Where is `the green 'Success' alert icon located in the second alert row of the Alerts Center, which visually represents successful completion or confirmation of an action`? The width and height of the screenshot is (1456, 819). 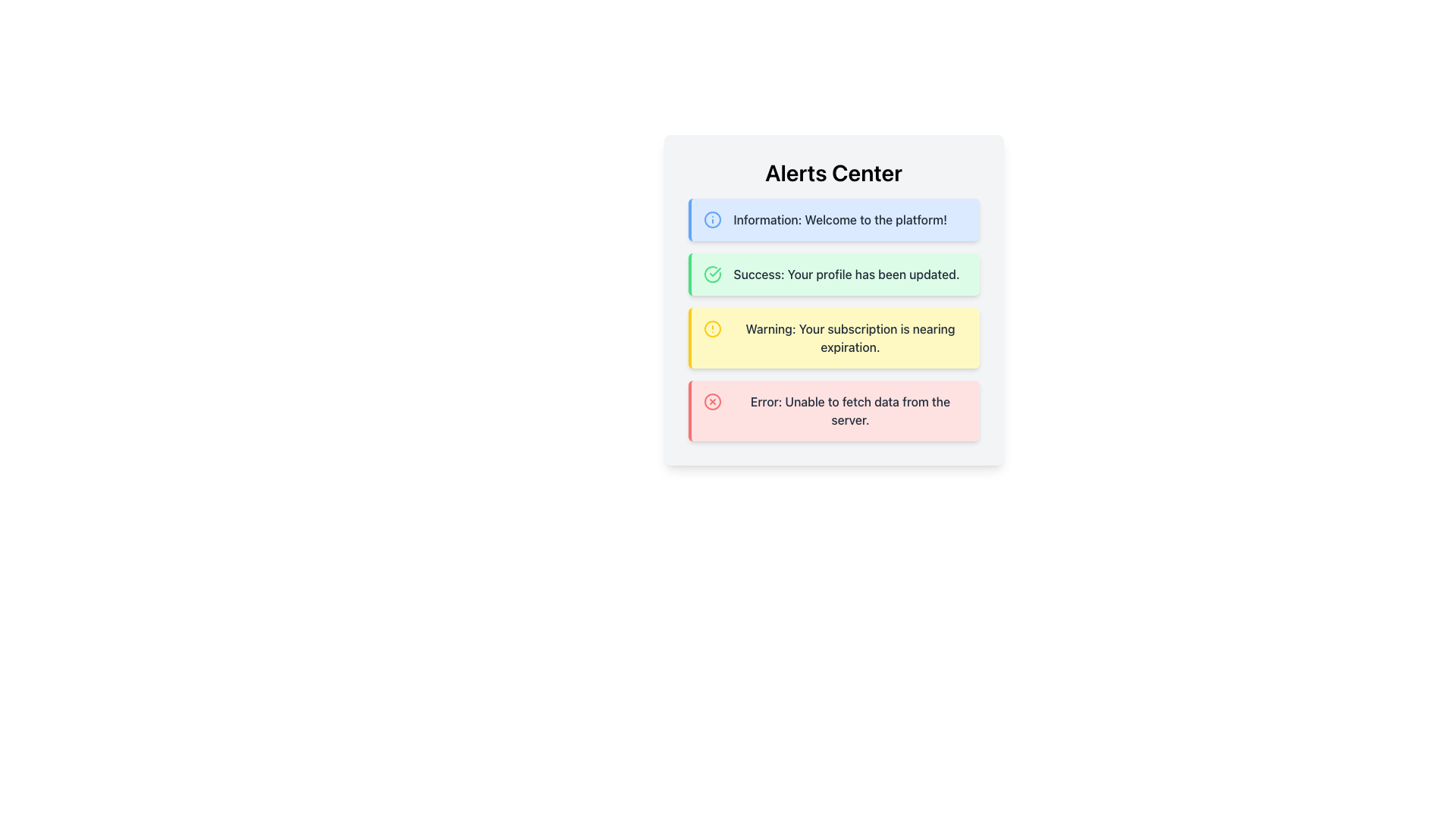
the green 'Success' alert icon located in the second alert row of the Alerts Center, which visually represents successful completion or confirmation of an action is located at coordinates (711, 275).